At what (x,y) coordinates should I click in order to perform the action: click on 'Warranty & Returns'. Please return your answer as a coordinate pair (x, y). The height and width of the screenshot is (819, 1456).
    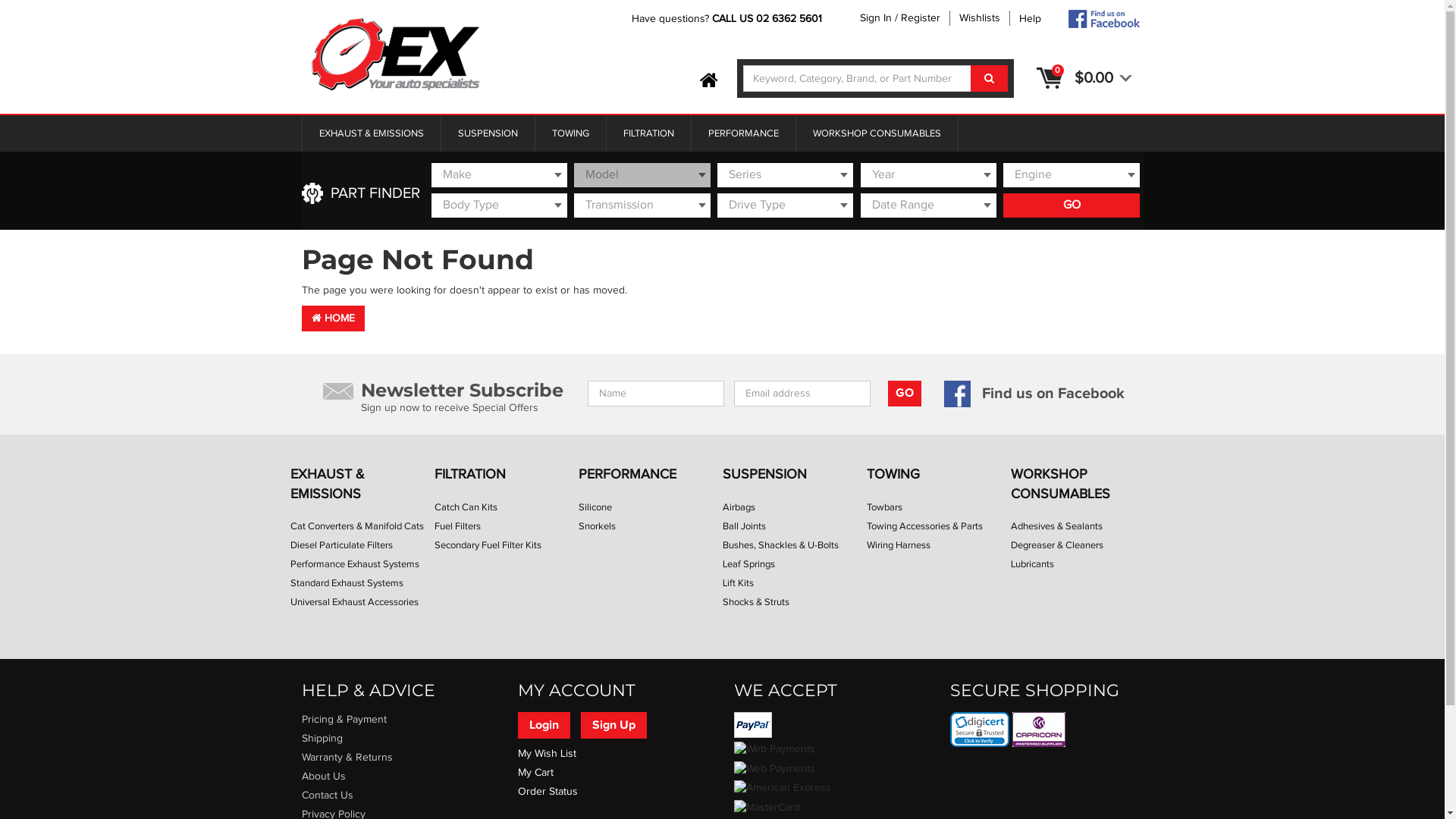
    Looking at the image, I should click on (398, 758).